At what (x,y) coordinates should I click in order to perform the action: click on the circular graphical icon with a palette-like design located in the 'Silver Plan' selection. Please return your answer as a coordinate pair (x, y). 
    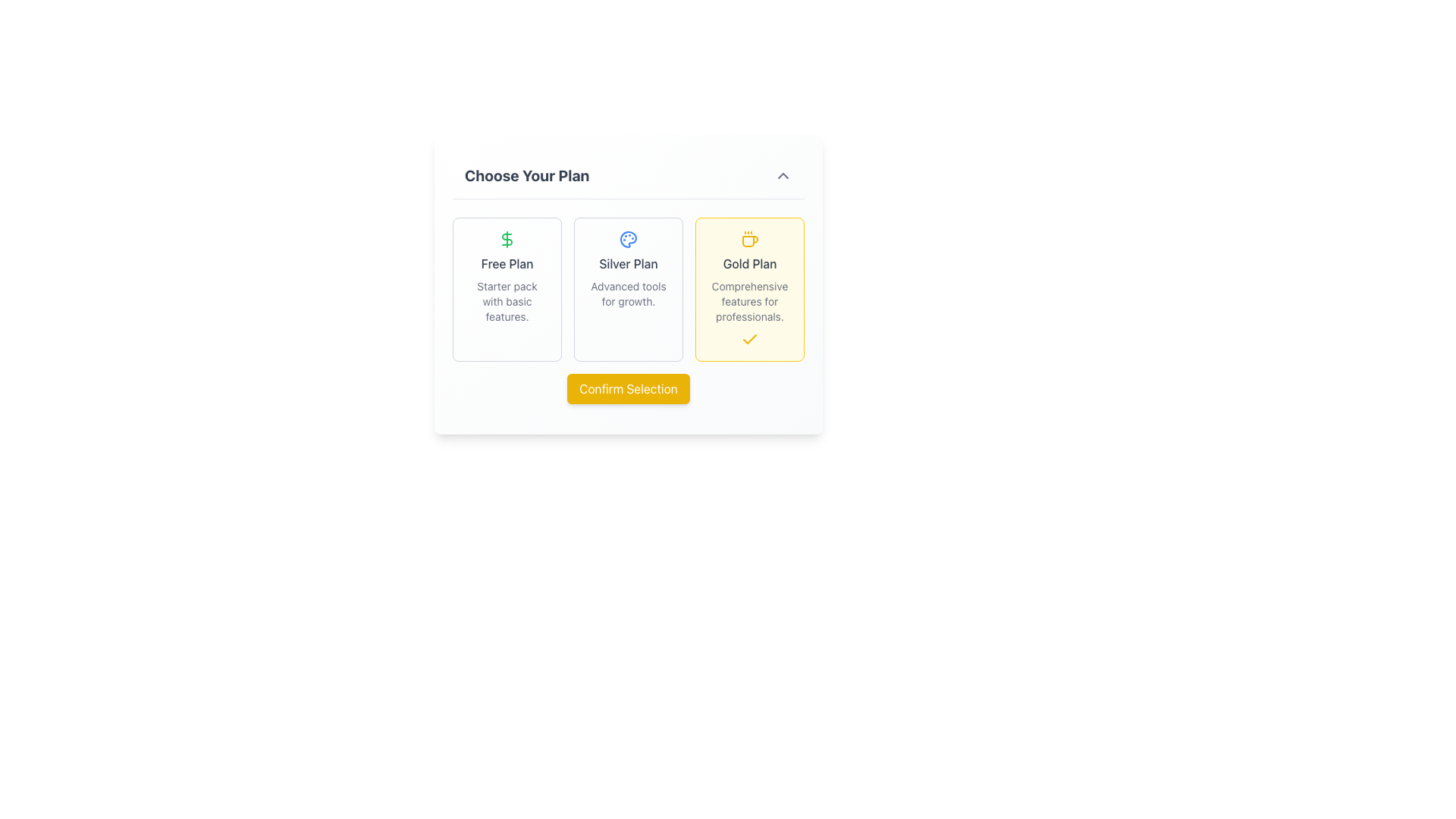
    Looking at the image, I should click on (629, 239).